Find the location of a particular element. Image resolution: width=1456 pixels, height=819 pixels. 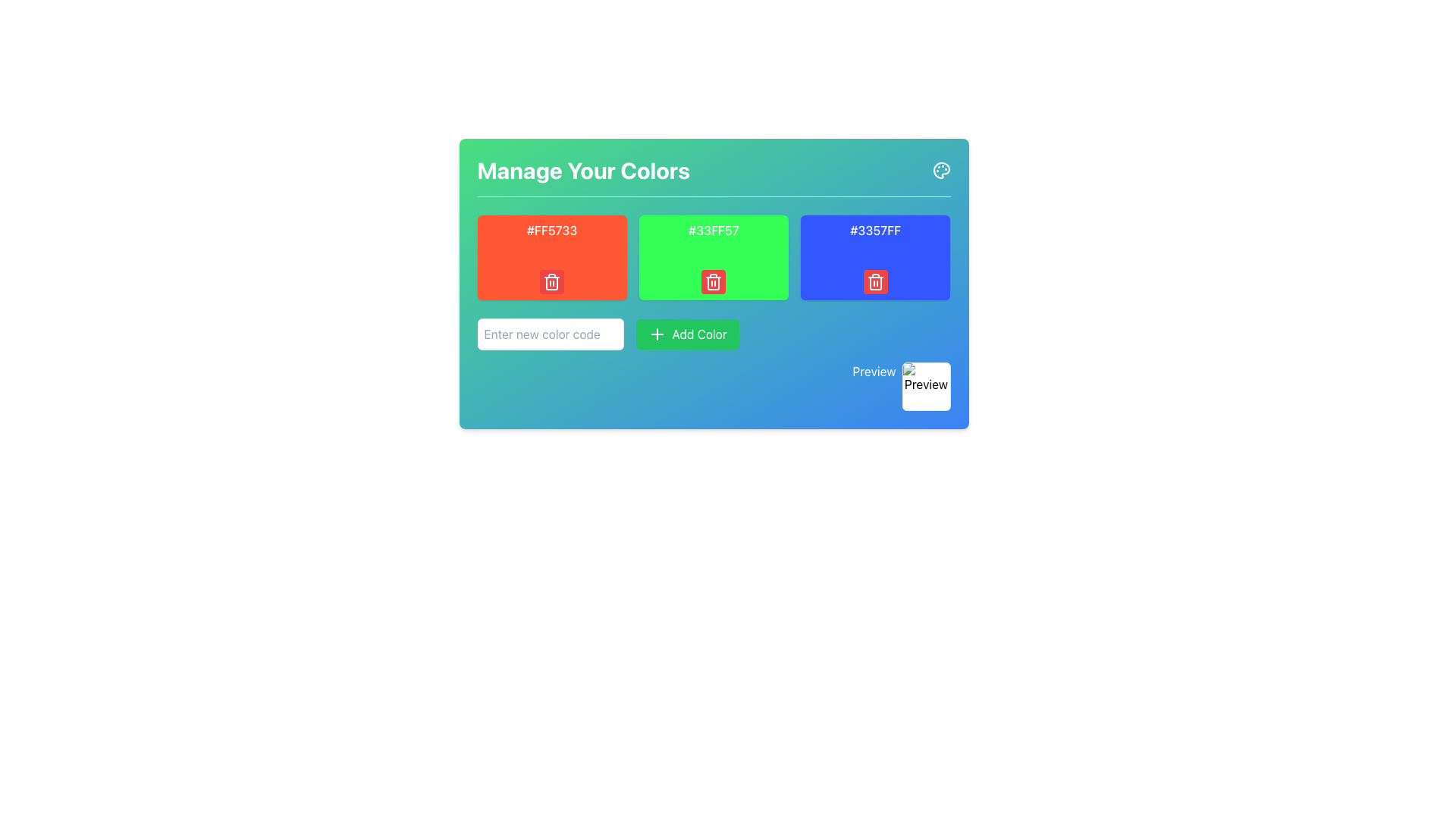

the 'Add Color' button, which is a green rectangular button with a white '+' icon and text, located below the color code input field in the bottom-left area of the panel is located at coordinates (686, 333).